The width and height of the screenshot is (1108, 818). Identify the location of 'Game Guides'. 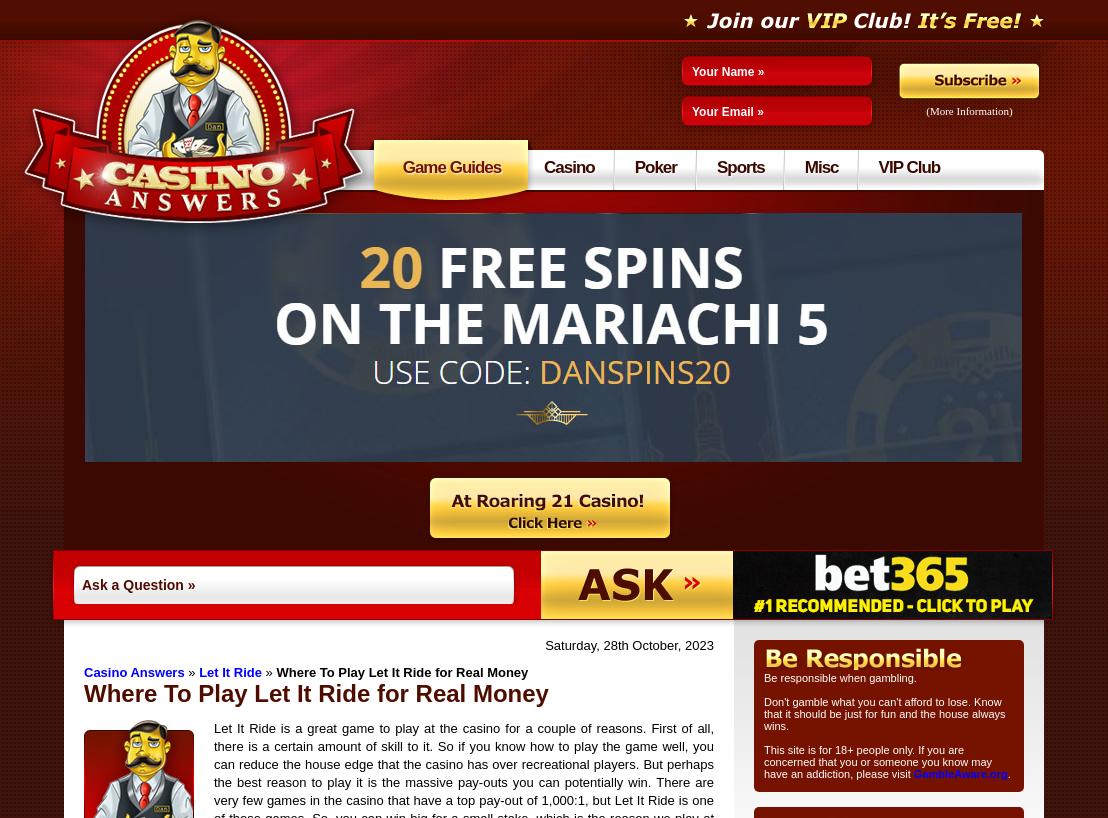
(450, 166).